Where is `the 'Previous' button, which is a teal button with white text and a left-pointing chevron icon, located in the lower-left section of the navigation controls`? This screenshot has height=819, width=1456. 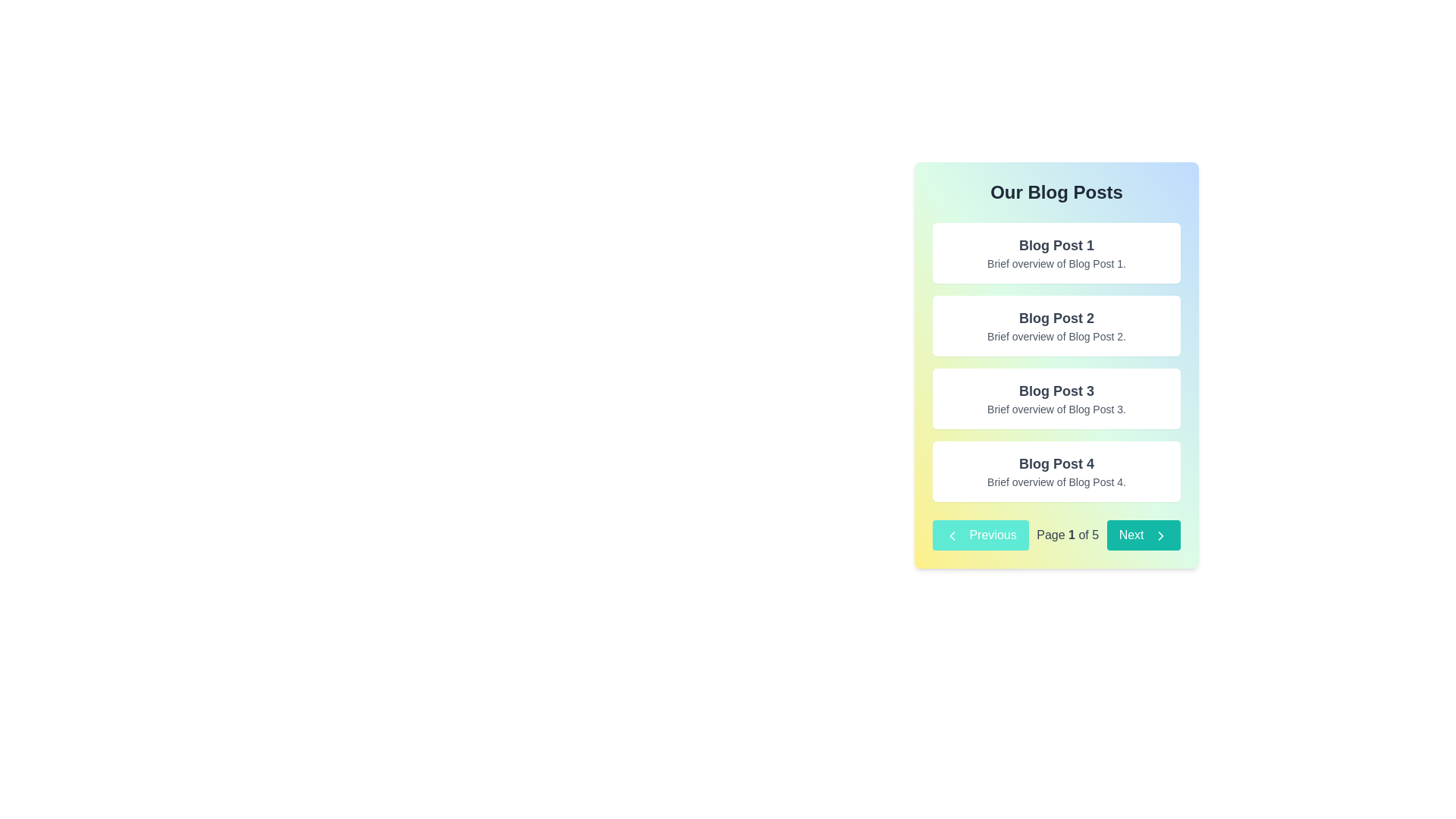 the 'Previous' button, which is a teal button with white text and a left-pointing chevron icon, located in the lower-left section of the navigation controls is located at coordinates (981, 534).